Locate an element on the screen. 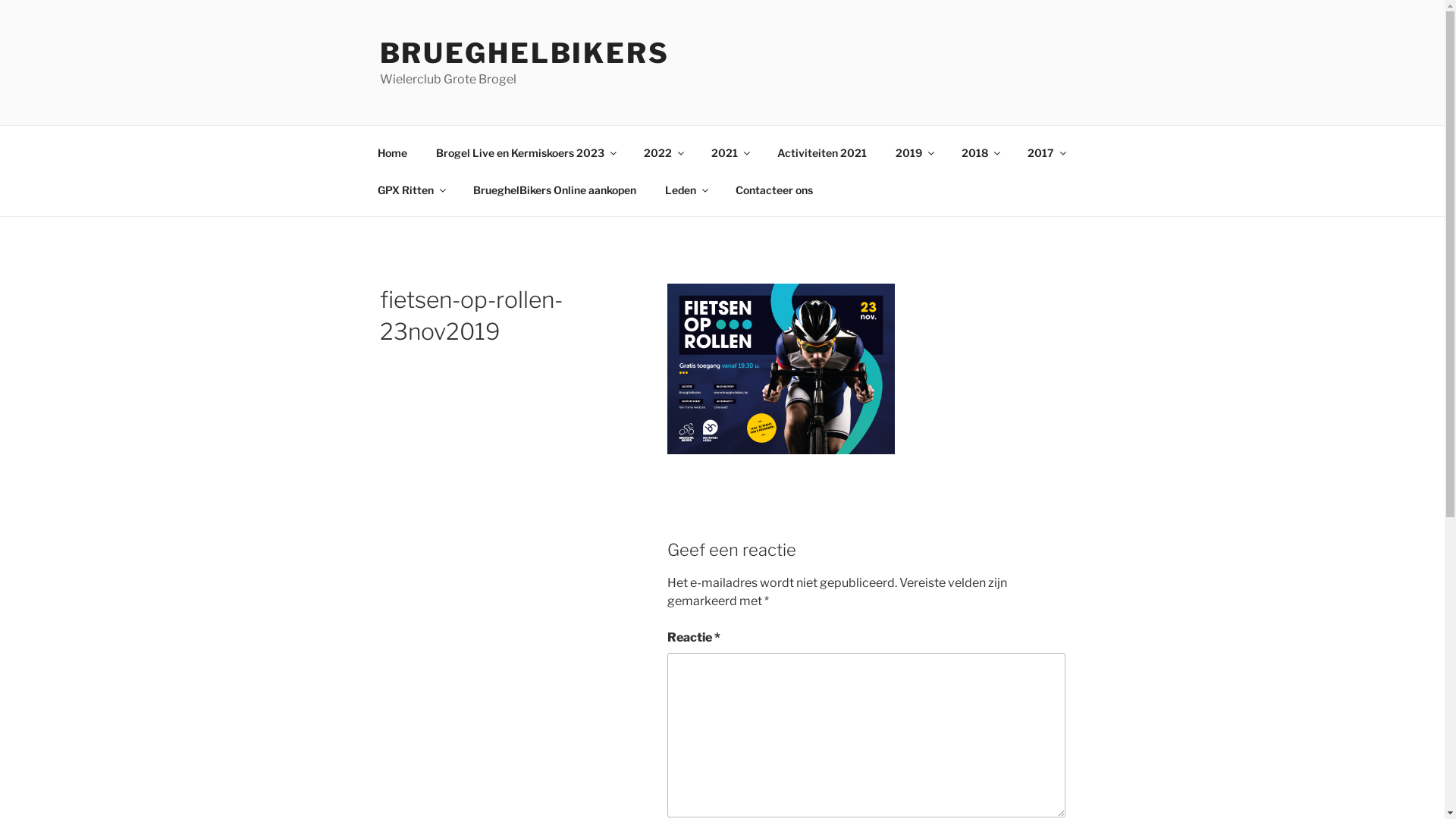 This screenshot has width=1456, height=819. 'Leden' is located at coordinates (651, 189).